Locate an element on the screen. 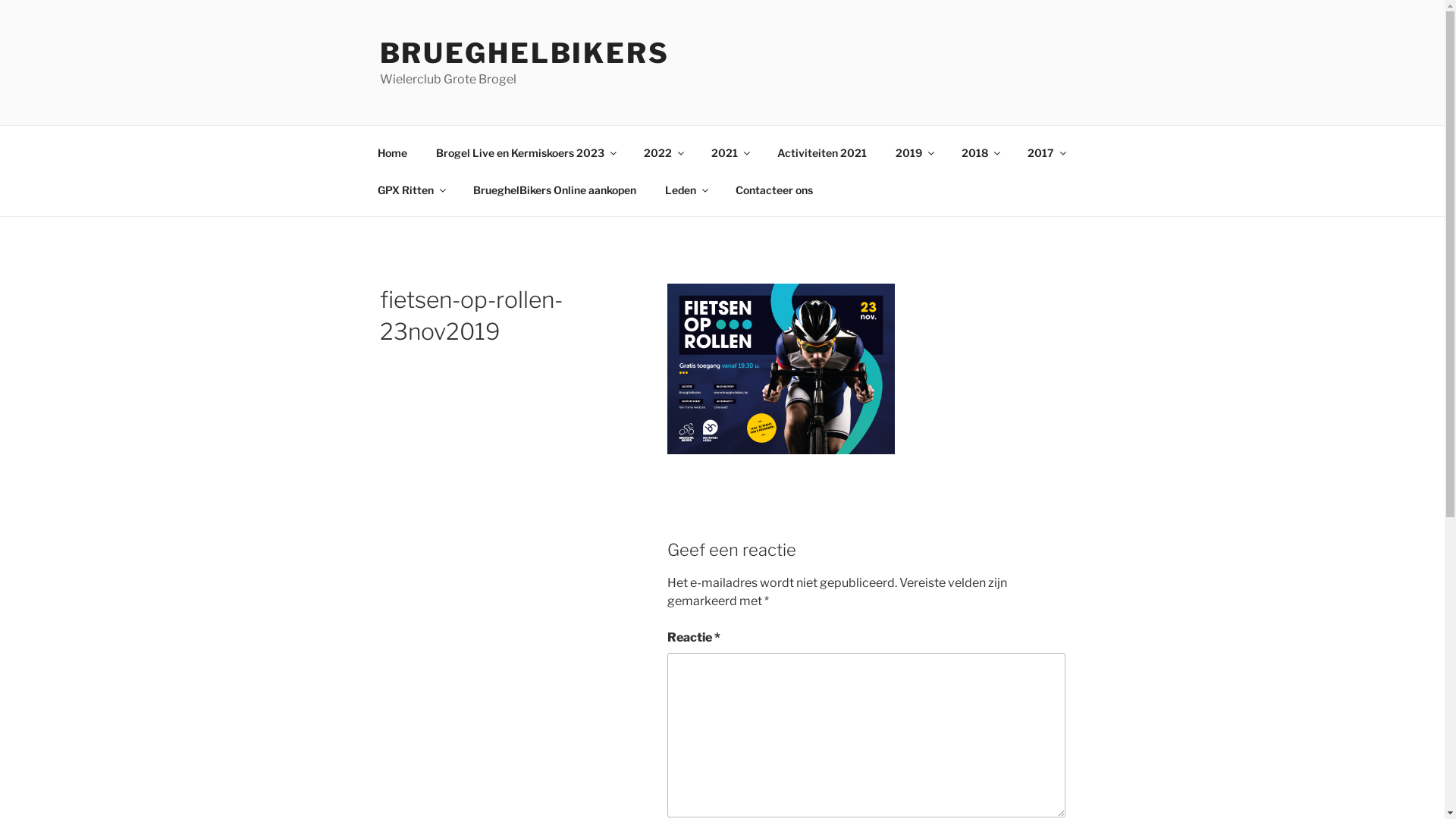 This screenshot has width=1456, height=819. 'Leden' is located at coordinates (651, 189).